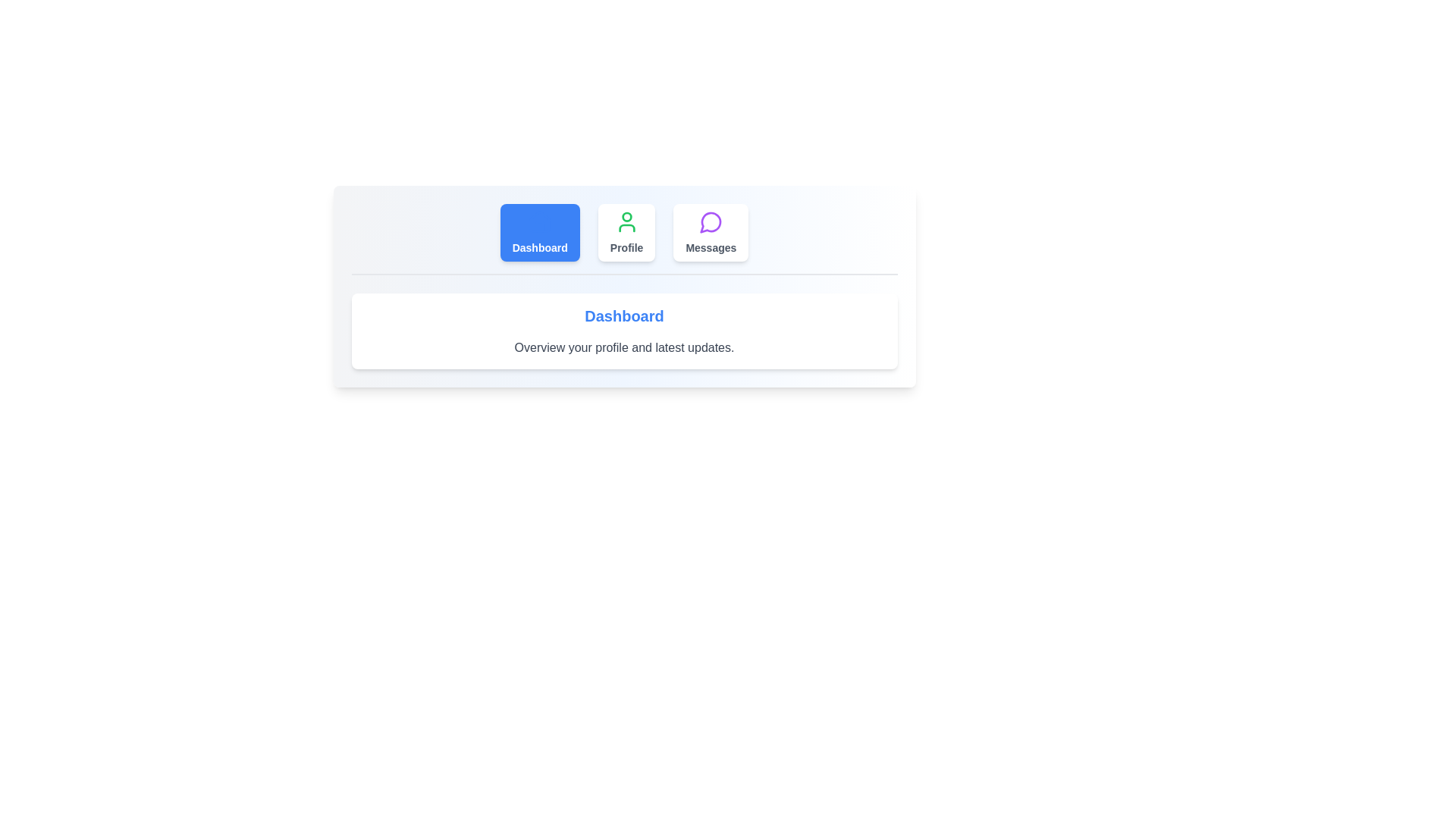 Image resolution: width=1456 pixels, height=819 pixels. Describe the element at coordinates (710, 233) in the screenshot. I see `the Messages tab by clicking its corresponding button` at that location.